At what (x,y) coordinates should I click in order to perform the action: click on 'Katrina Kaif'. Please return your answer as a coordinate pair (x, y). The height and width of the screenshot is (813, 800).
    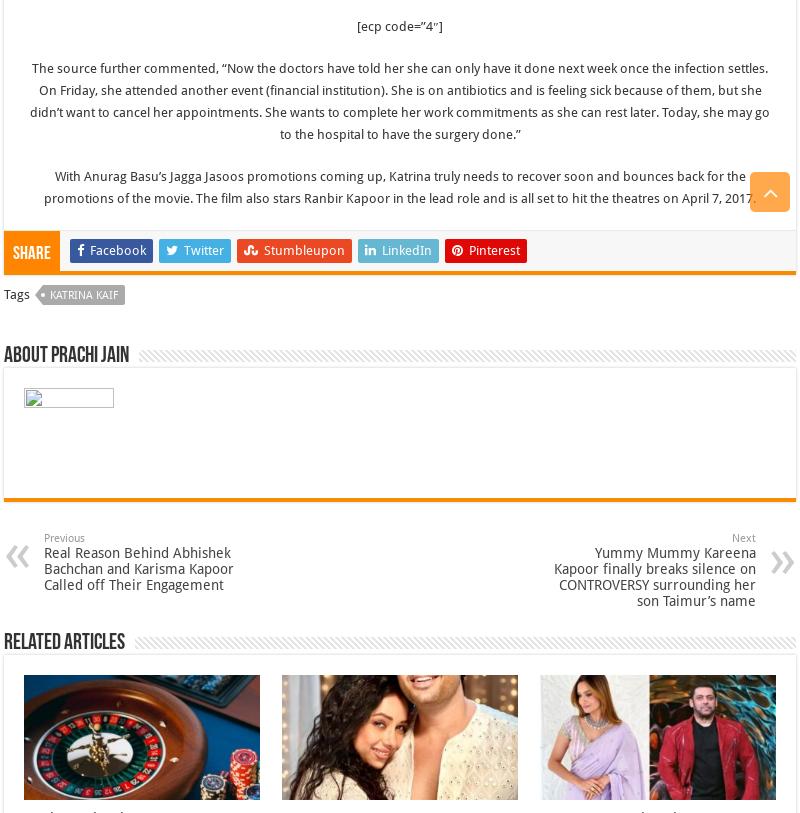
    Looking at the image, I should click on (84, 293).